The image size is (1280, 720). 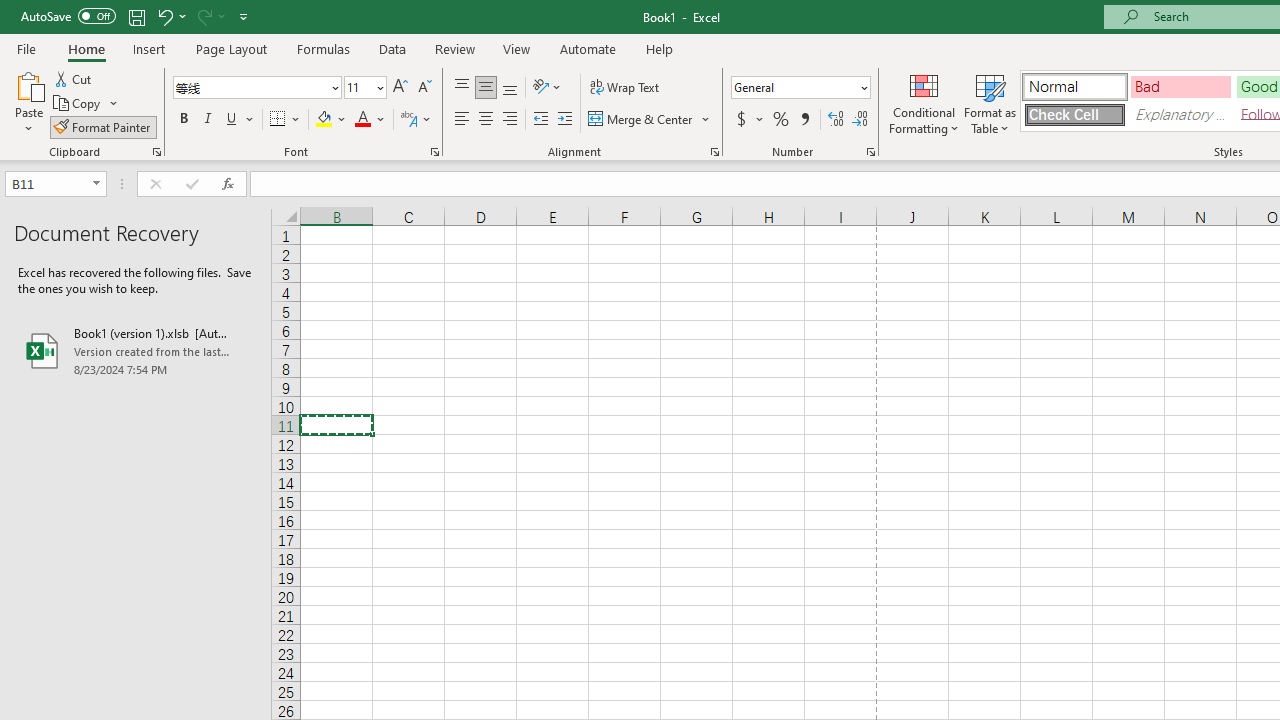 I want to click on 'Top Align', so click(x=461, y=86).